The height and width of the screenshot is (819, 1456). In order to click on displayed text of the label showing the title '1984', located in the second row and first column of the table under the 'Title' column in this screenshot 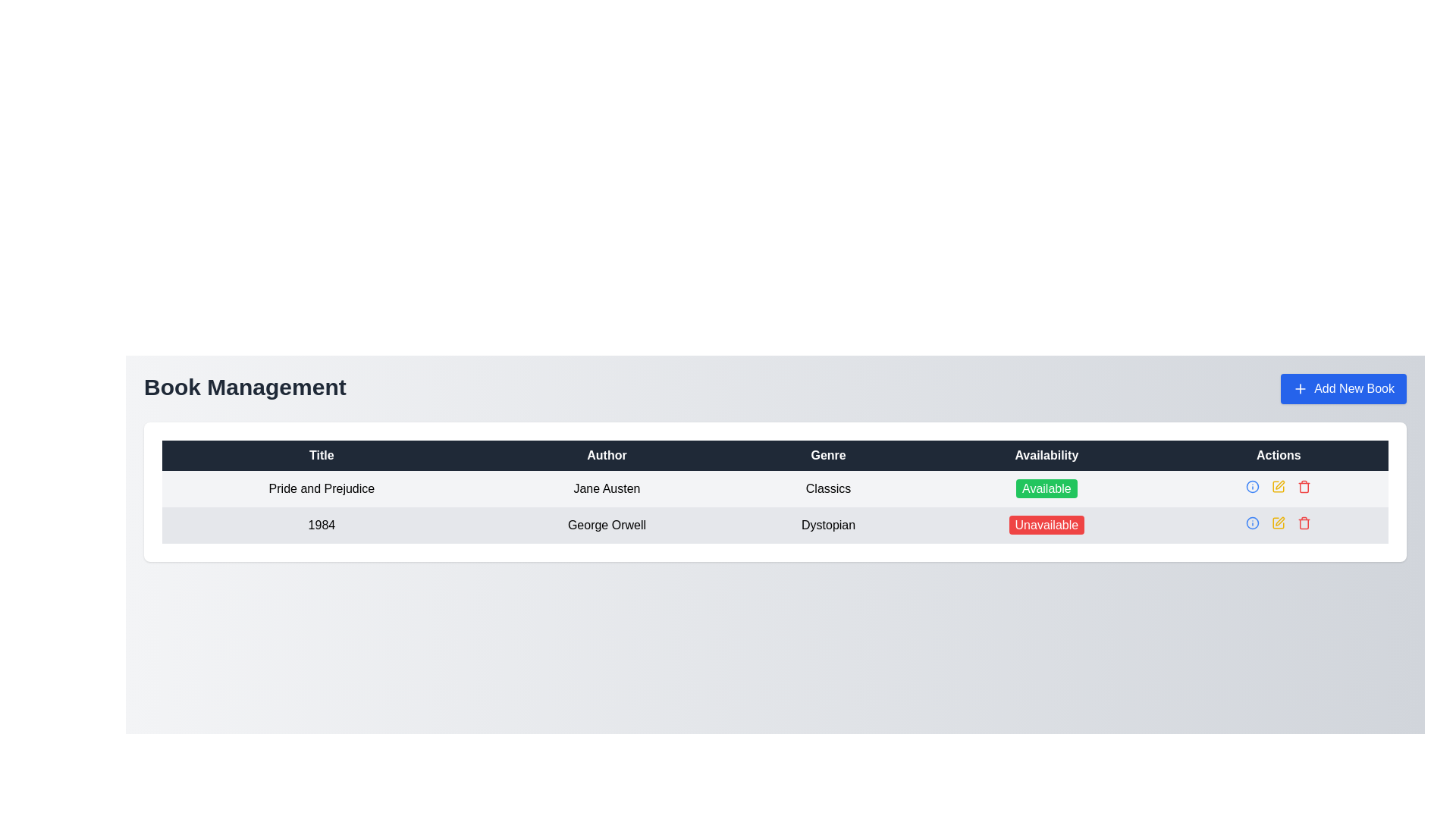, I will do `click(321, 525)`.